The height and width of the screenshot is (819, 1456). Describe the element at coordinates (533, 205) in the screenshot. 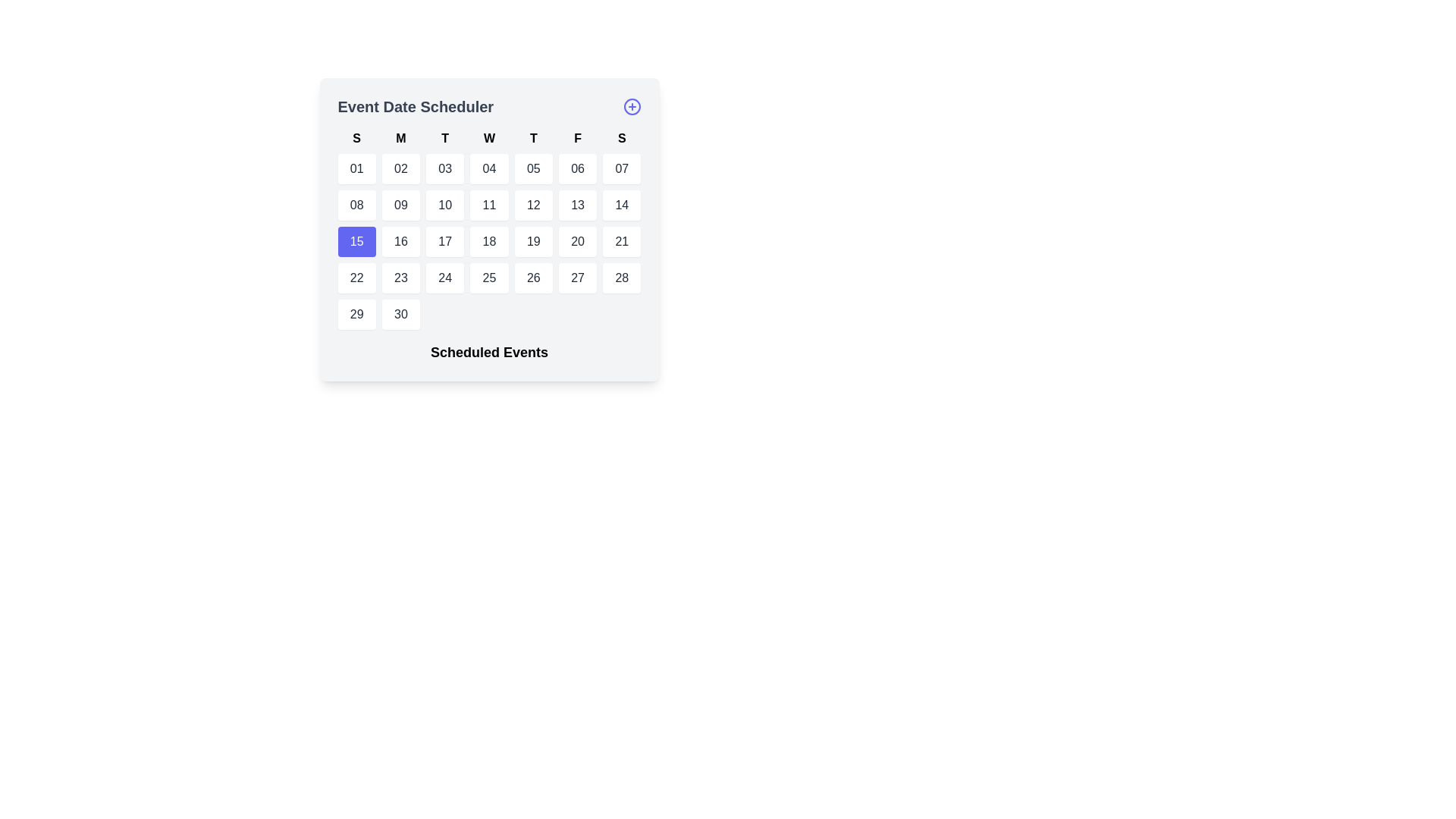

I see `the square-shaped button labeled '12' with a white background and rounded corners located in the fifth row and fifth column of the calendar interface` at that location.